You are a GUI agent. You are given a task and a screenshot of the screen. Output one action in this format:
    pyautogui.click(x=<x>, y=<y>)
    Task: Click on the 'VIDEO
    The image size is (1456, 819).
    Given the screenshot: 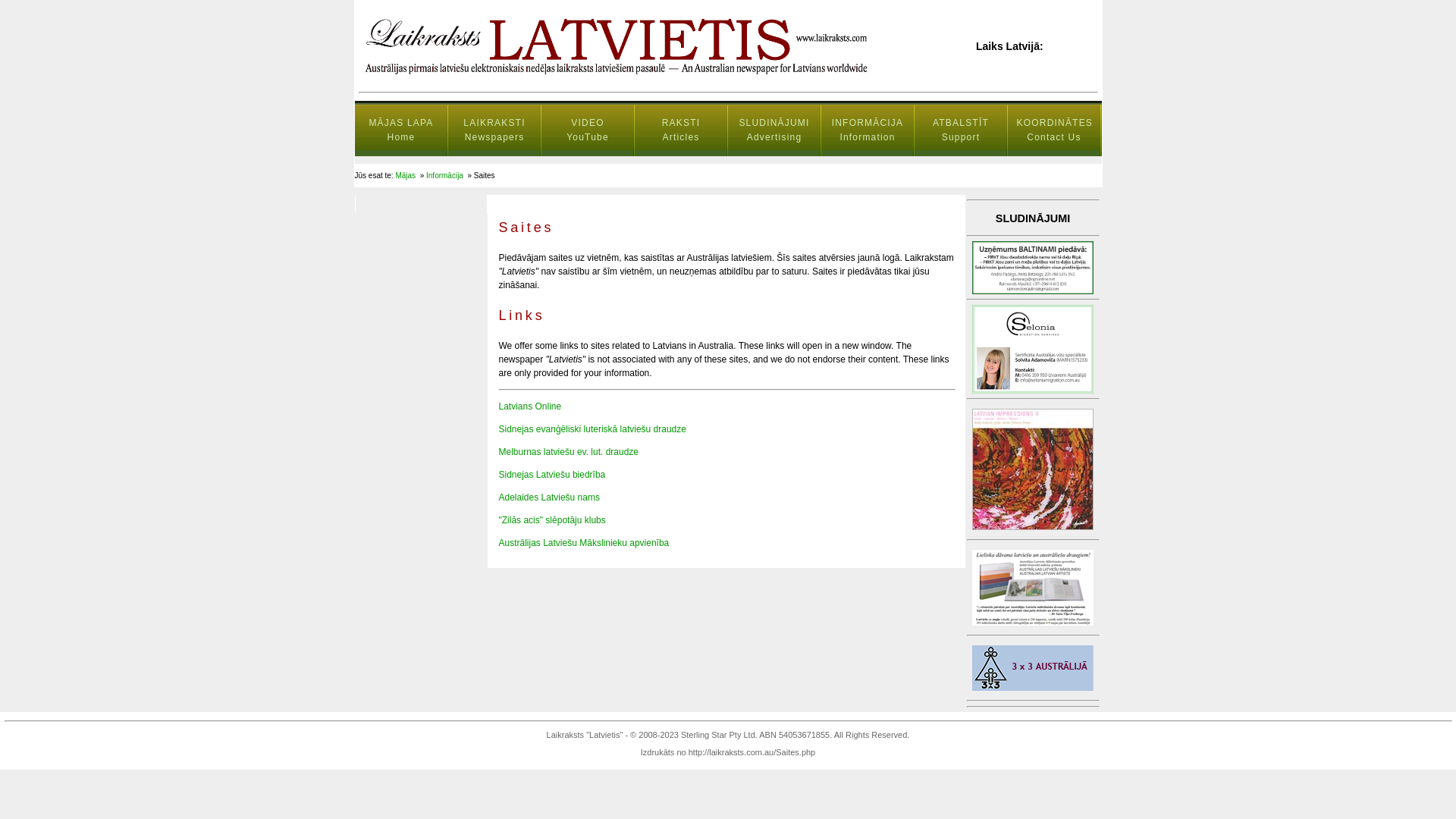 What is the action you would take?
    pyautogui.click(x=587, y=130)
    